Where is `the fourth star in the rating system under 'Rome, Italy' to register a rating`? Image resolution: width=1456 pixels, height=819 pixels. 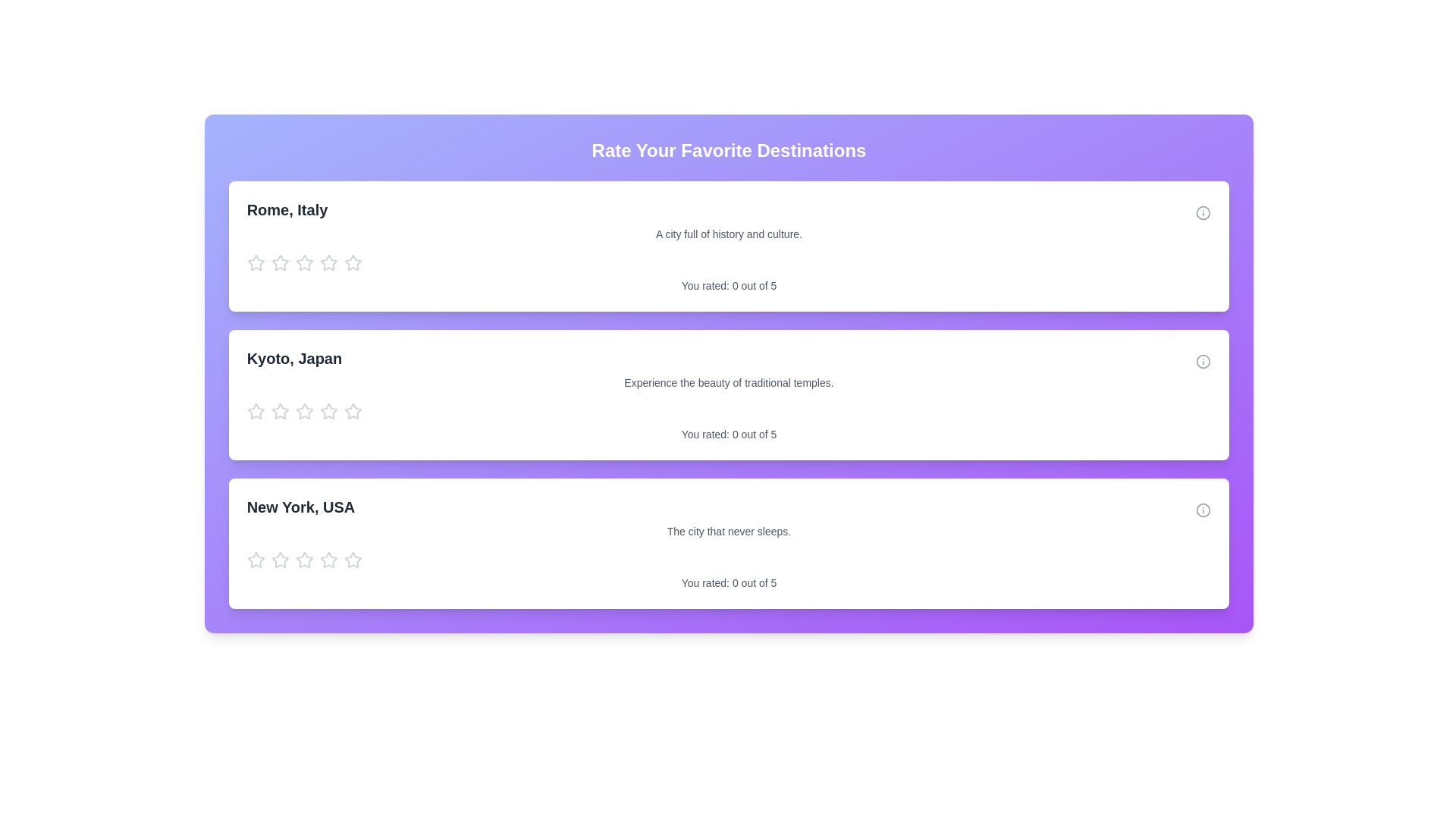
the fourth star in the rating system under 'Rome, Italy' to register a rating is located at coordinates (352, 262).